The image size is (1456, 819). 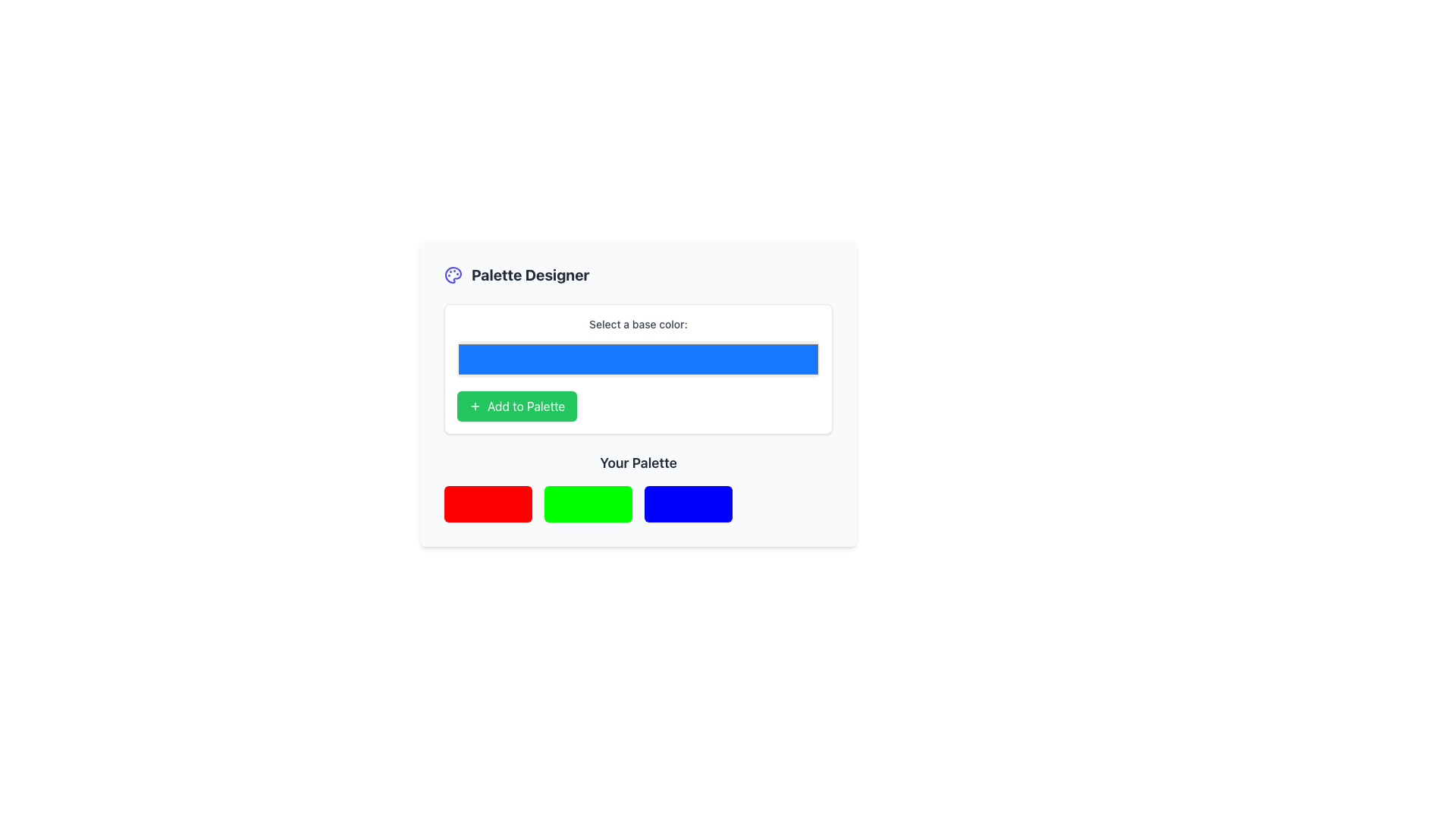 I want to click on the 'Palette Designer' text label to copy its content, so click(x=530, y=275).